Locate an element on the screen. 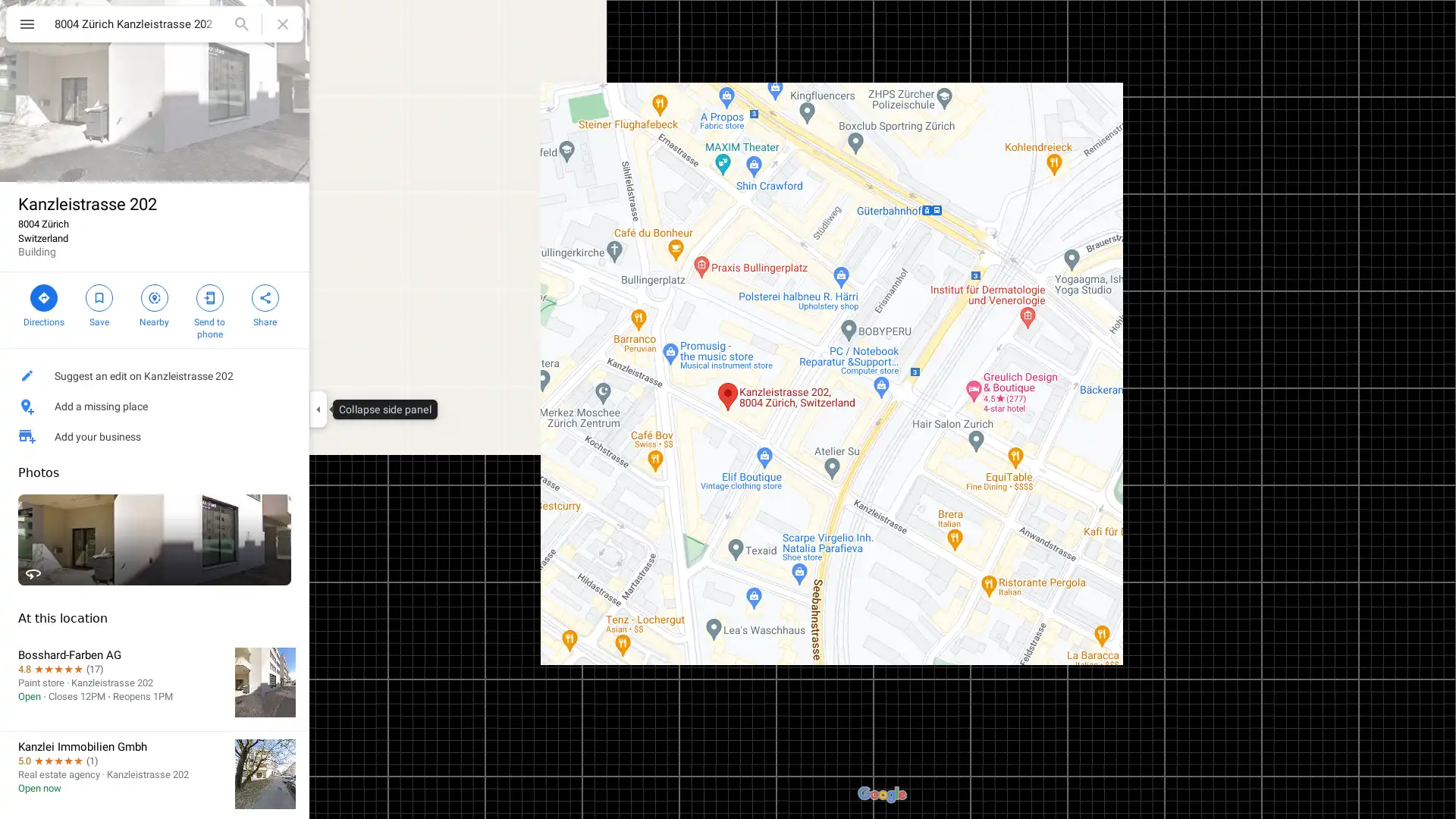 This screenshot has width=1456, height=819. Send Kanzleistrasse 202 to your phone is located at coordinates (209, 309).